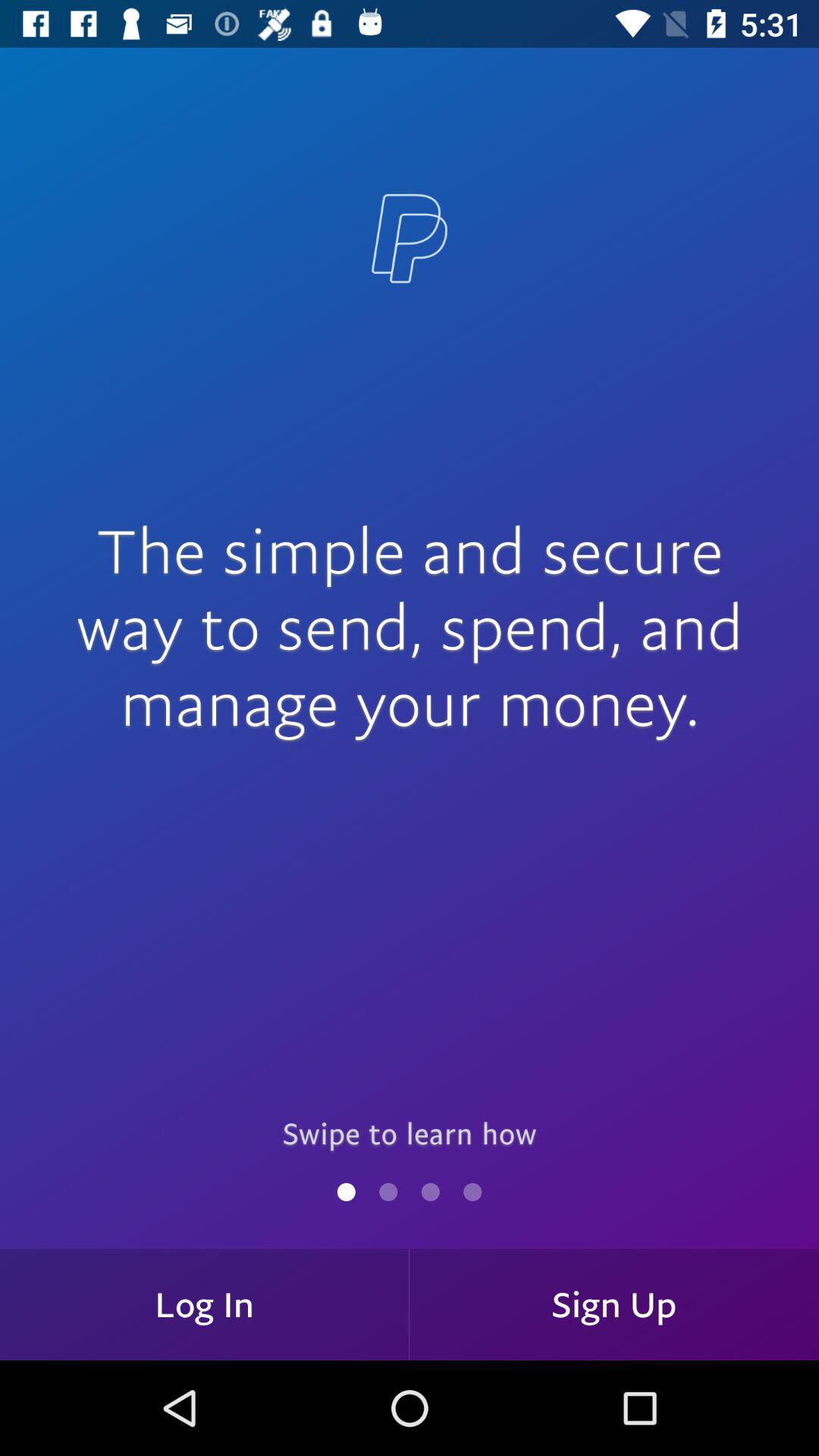 This screenshot has width=819, height=1456. I want to click on the icon next to log in, so click(614, 1304).